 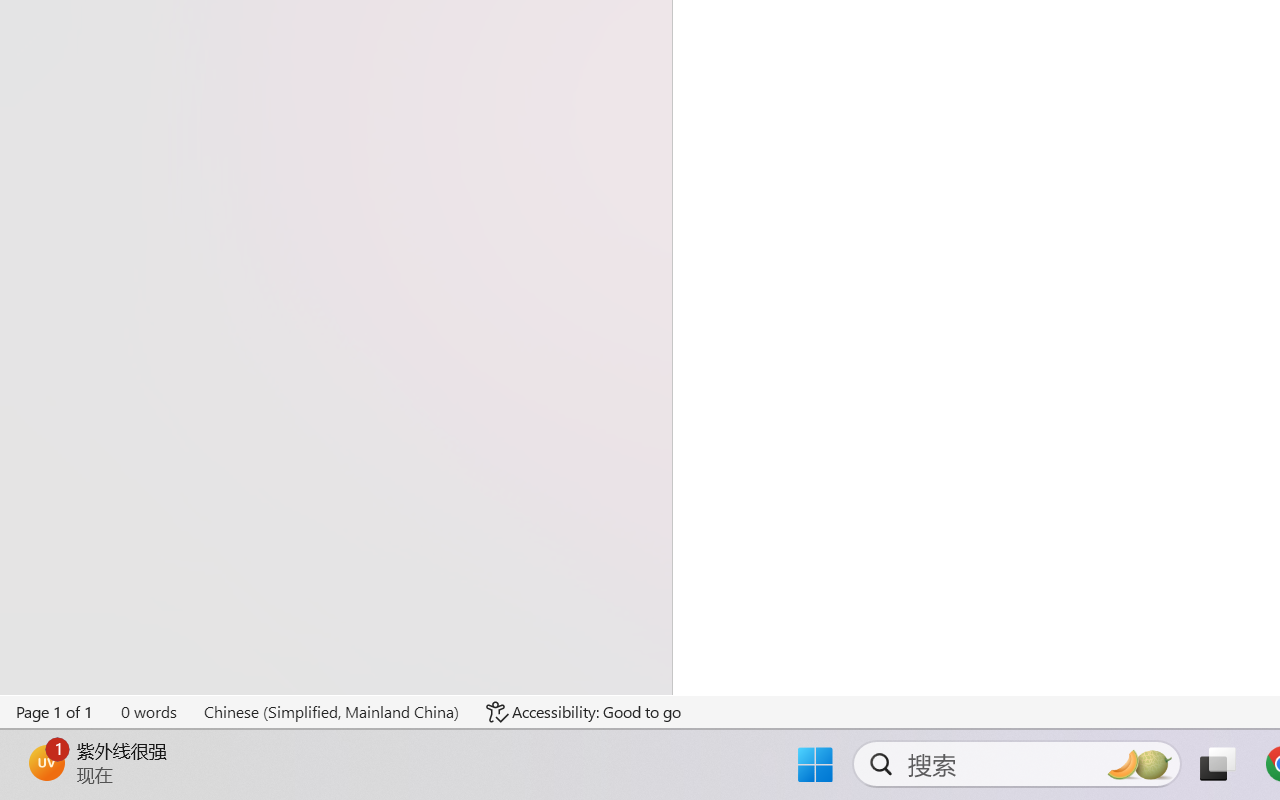 I want to click on 'Language Chinese (Simplified, Mainland China)', so click(x=331, y=711).